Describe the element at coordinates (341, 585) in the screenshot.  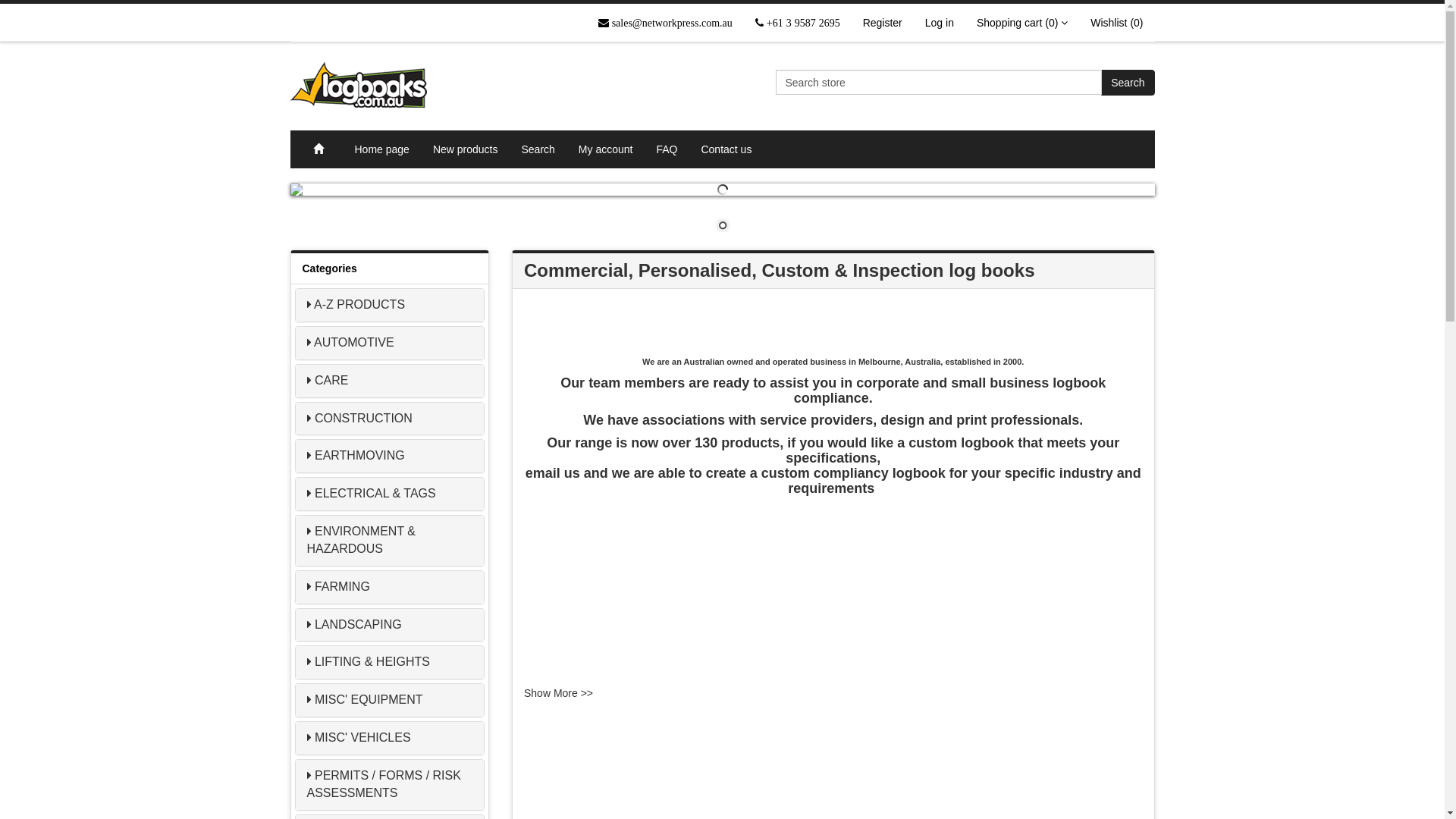
I see `'FARMING'` at that location.